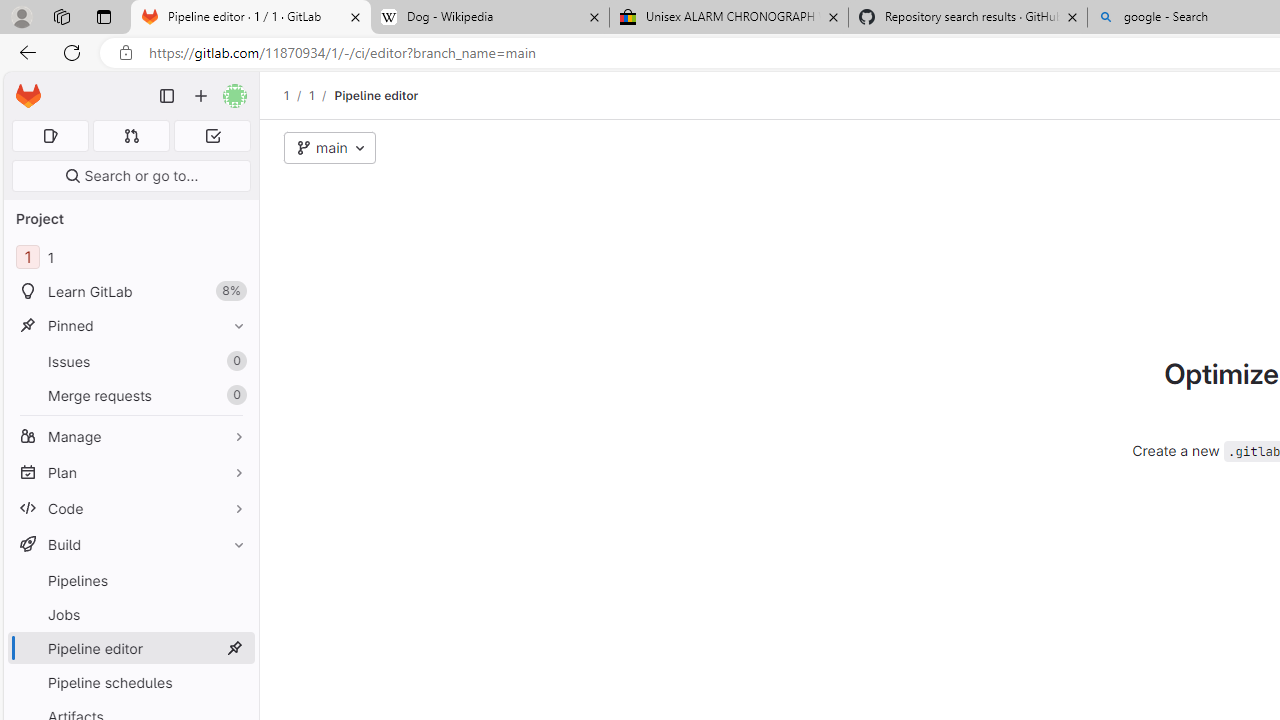  What do you see at coordinates (321, 95) in the screenshot?
I see `'1/'` at bounding box center [321, 95].